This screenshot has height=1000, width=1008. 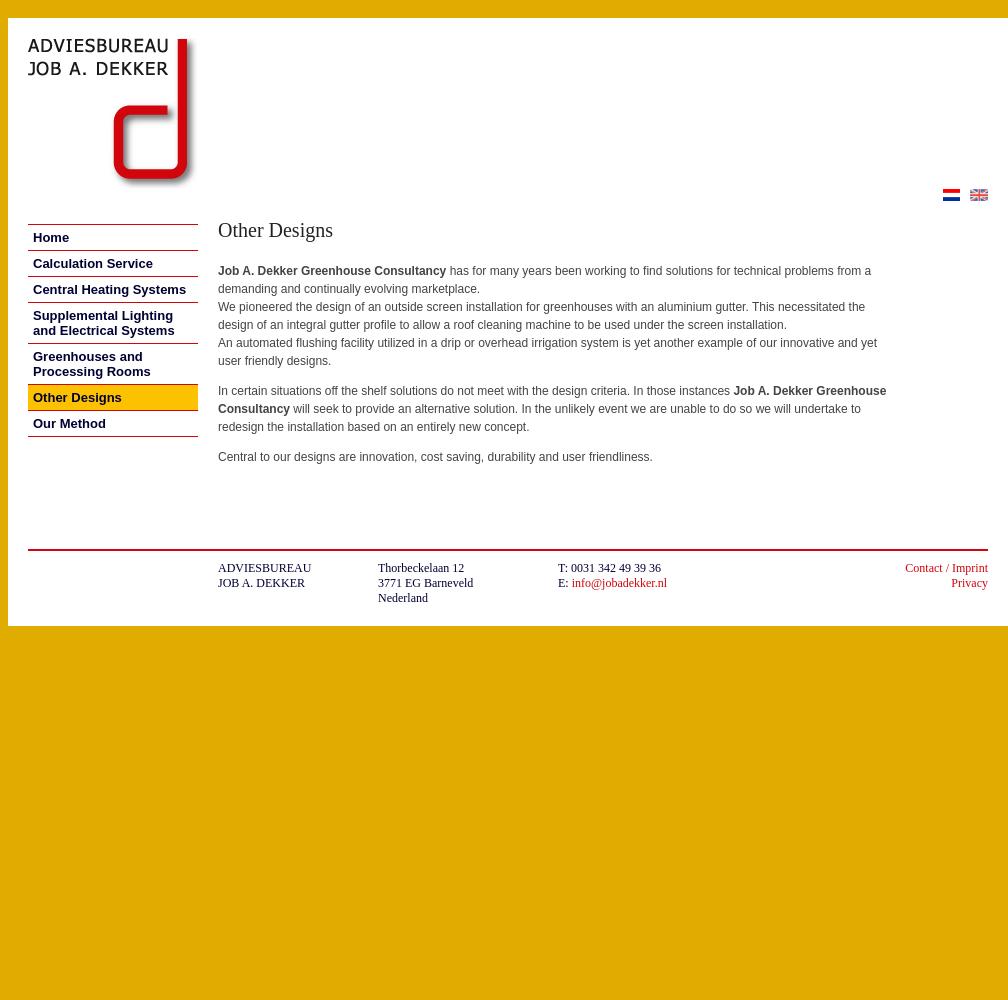 What do you see at coordinates (91, 363) in the screenshot?
I see `'Greenhouses and Processing Rooms'` at bounding box center [91, 363].